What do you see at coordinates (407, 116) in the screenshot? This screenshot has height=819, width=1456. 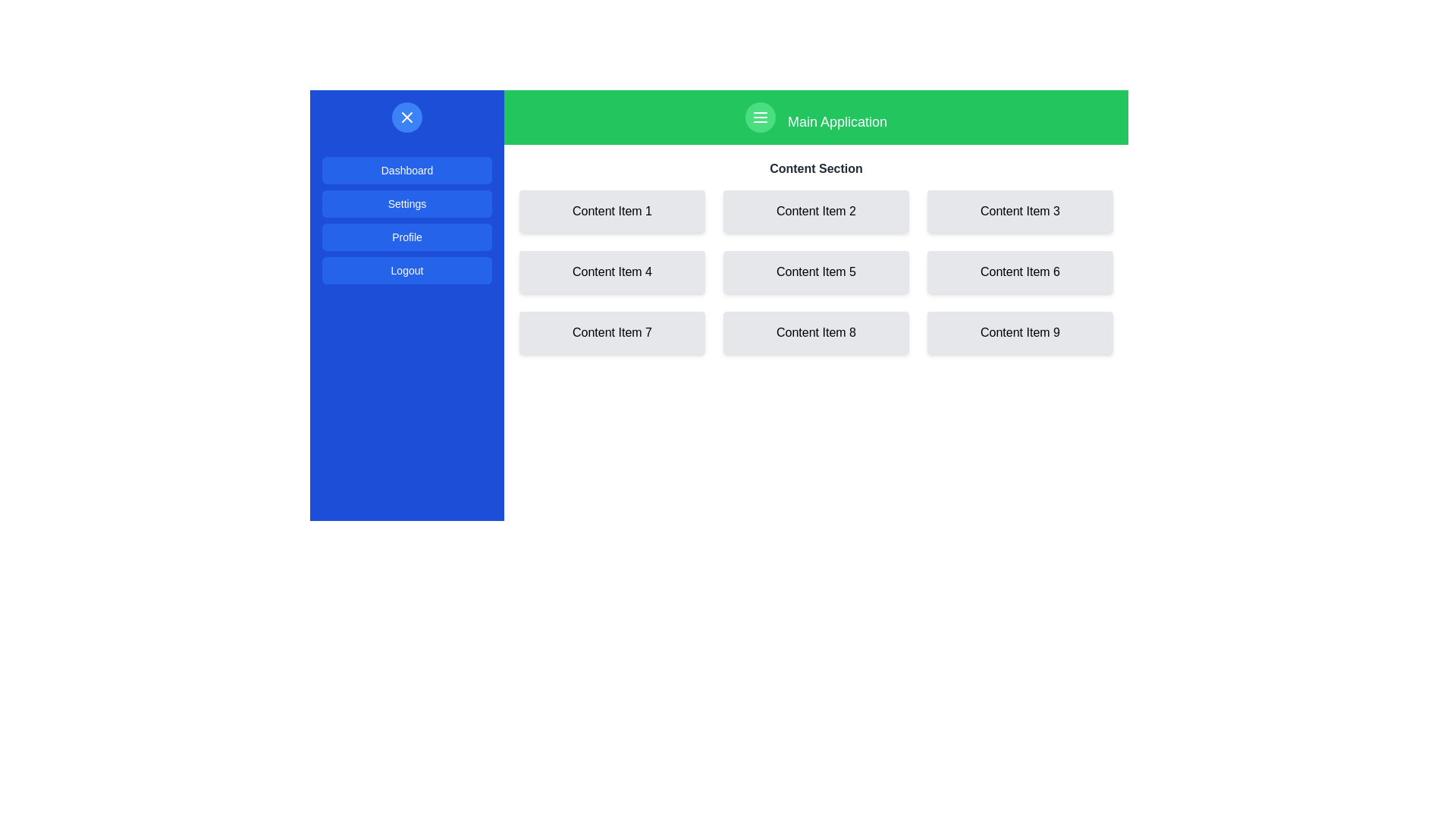 I see `the small circular button with a blue background and a white 'X' icon located in the upper left corner of the main blue sidebar` at bounding box center [407, 116].